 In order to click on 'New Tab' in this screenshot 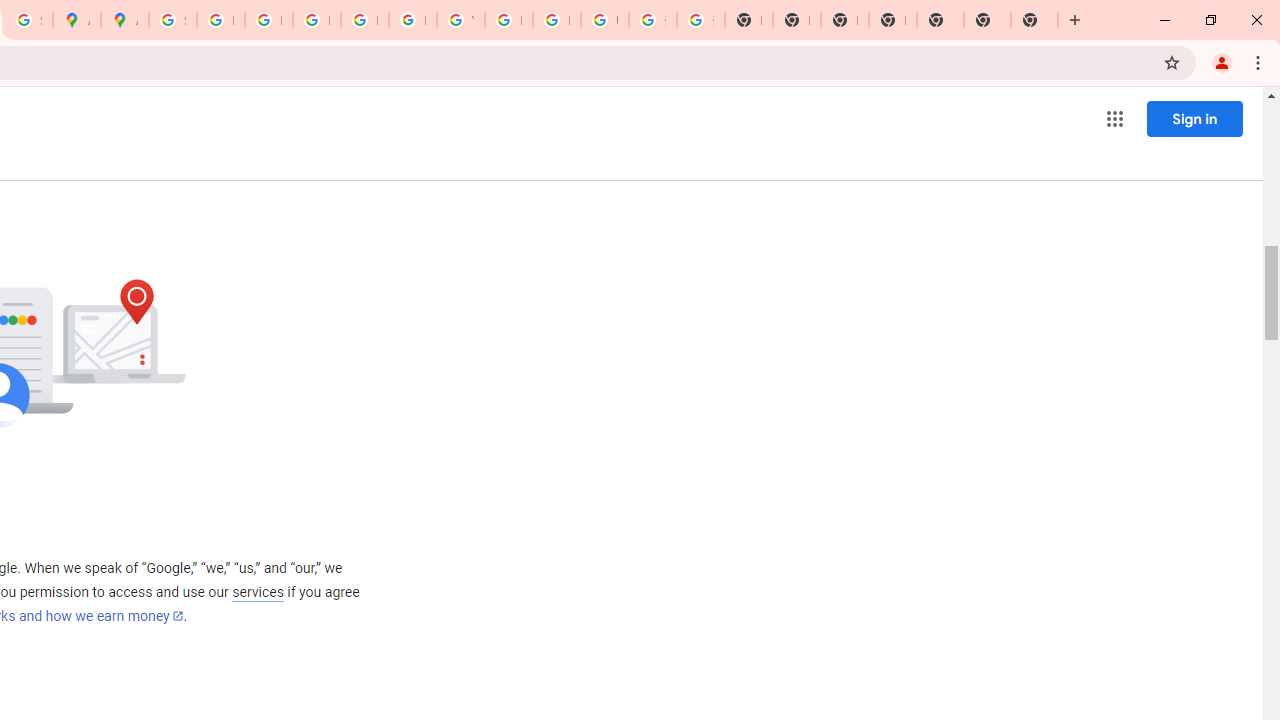, I will do `click(987, 20)`.